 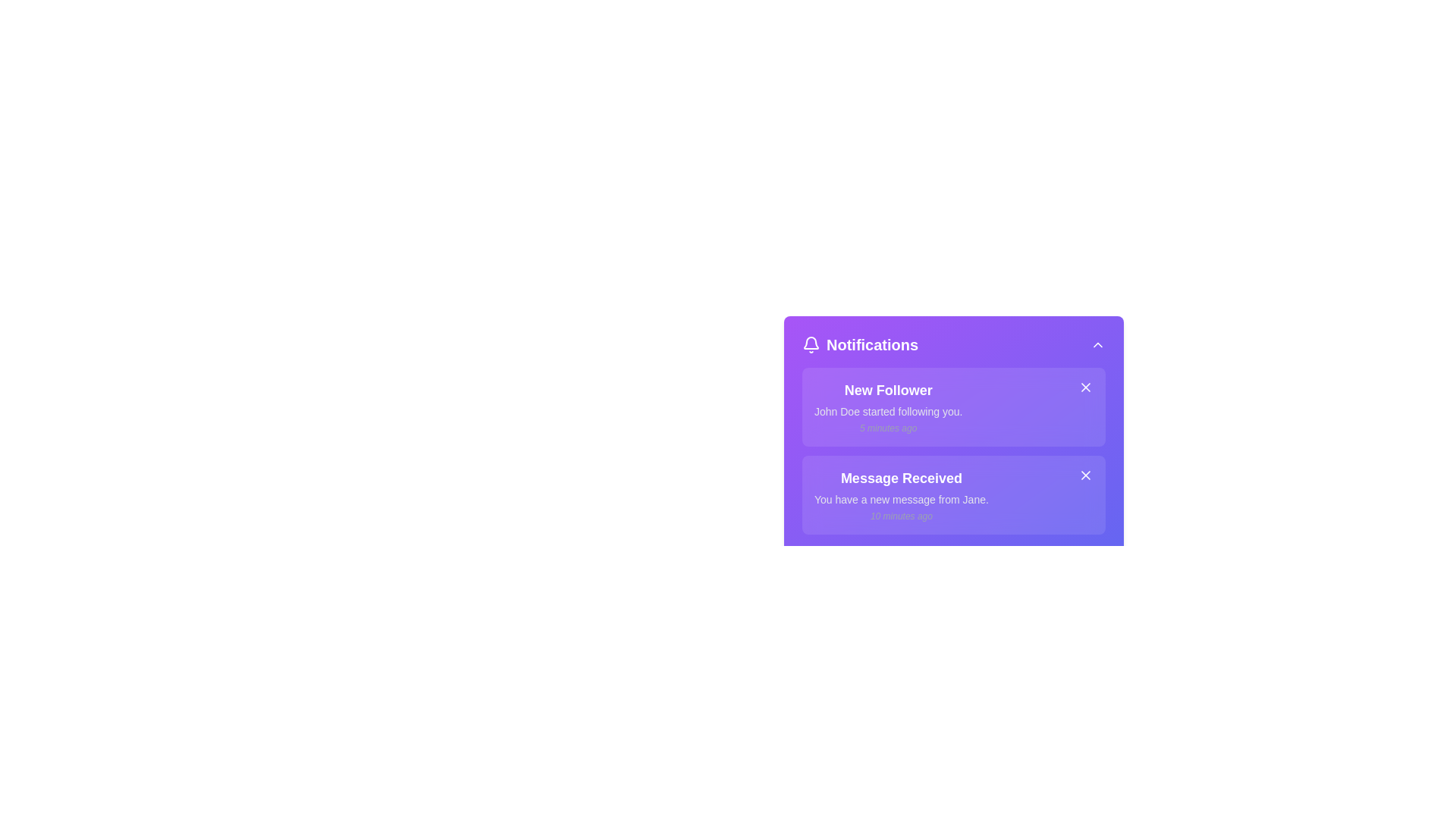 What do you see at coordinates (1084, 475) in the screenshot?
I see `the small 'X' button at the top-right corner of the 'Message Received' notification card` at bounding box center [1084, 475].